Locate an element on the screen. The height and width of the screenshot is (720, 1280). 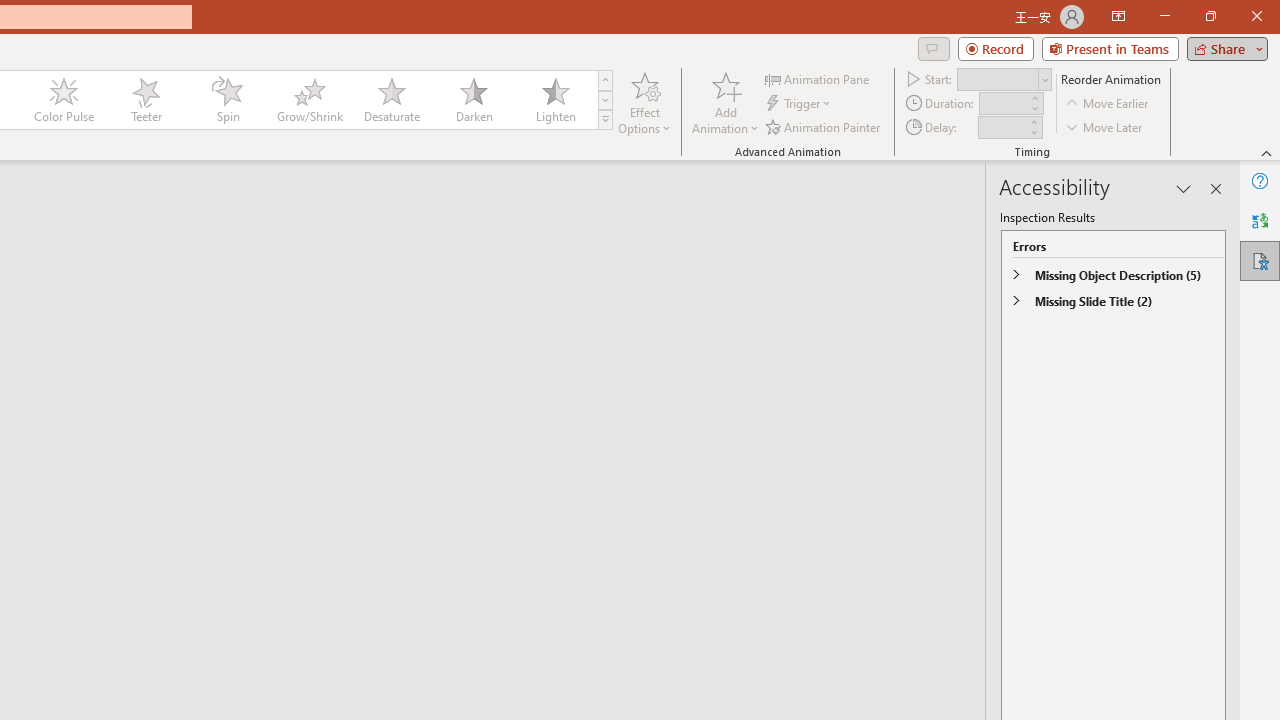
'Move Later' is located at coordinates (1104, 127).